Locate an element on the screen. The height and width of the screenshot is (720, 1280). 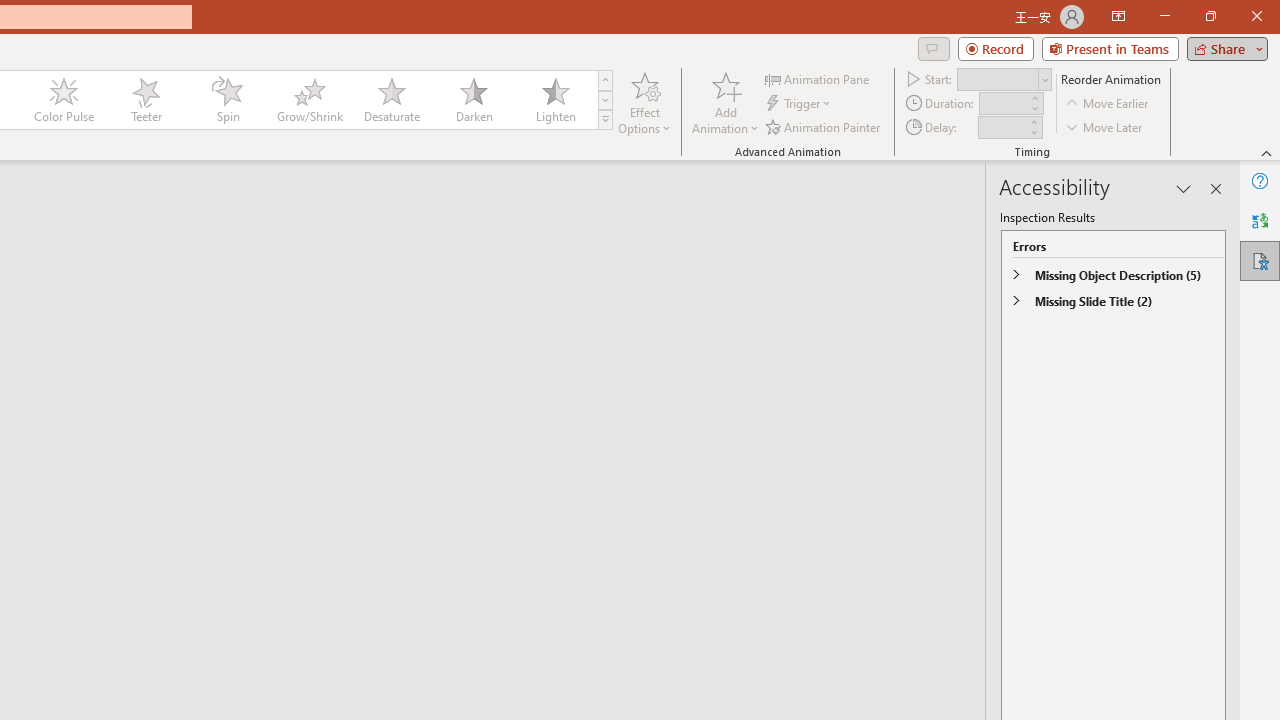
'Move Later' is located at coordinates (1104, 127).